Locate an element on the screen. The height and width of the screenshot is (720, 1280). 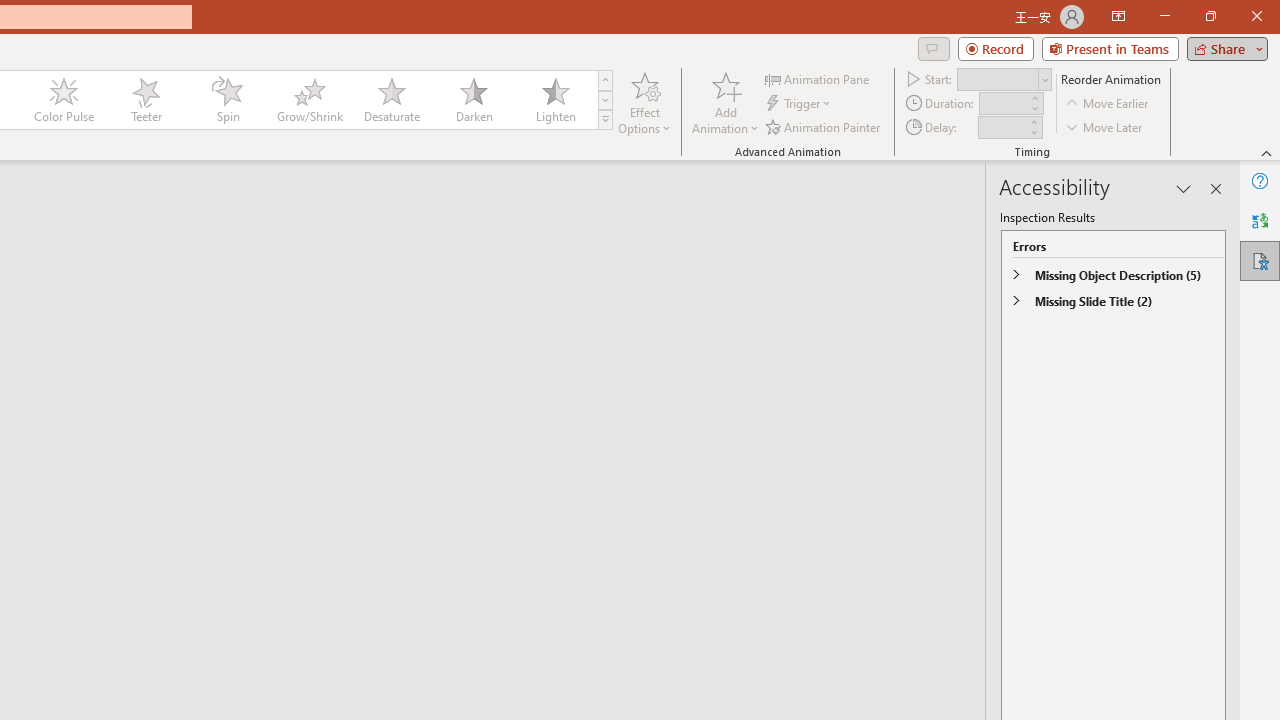
'Move Later' is located at coordinates (1104, 127).